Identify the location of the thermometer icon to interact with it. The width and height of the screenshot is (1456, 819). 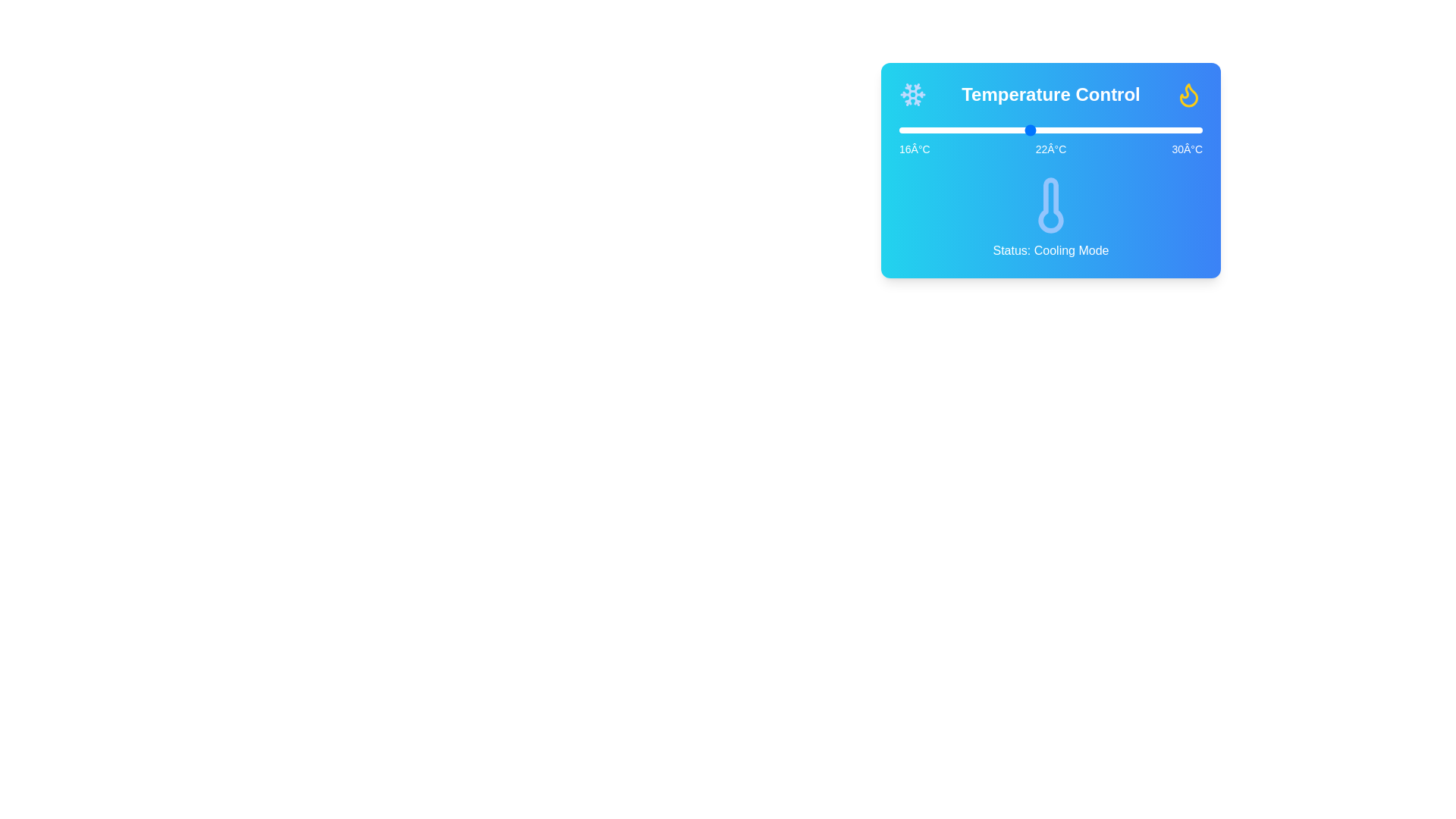
(1050, 205).